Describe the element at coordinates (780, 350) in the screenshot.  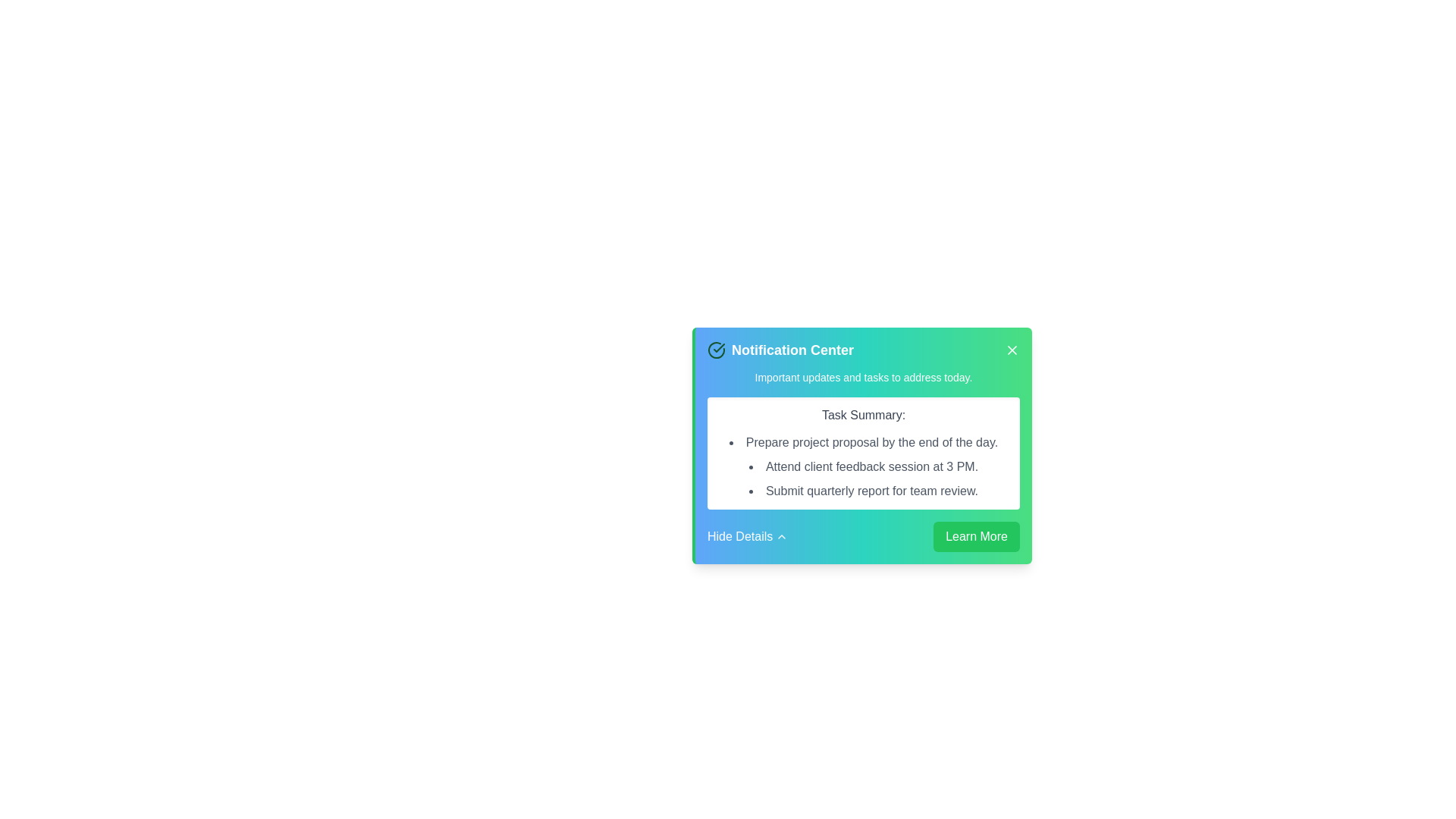
I see `the text label with an accompanying icon that serves as the title for the notification card, located in the top-left corner of the header section` at that location.